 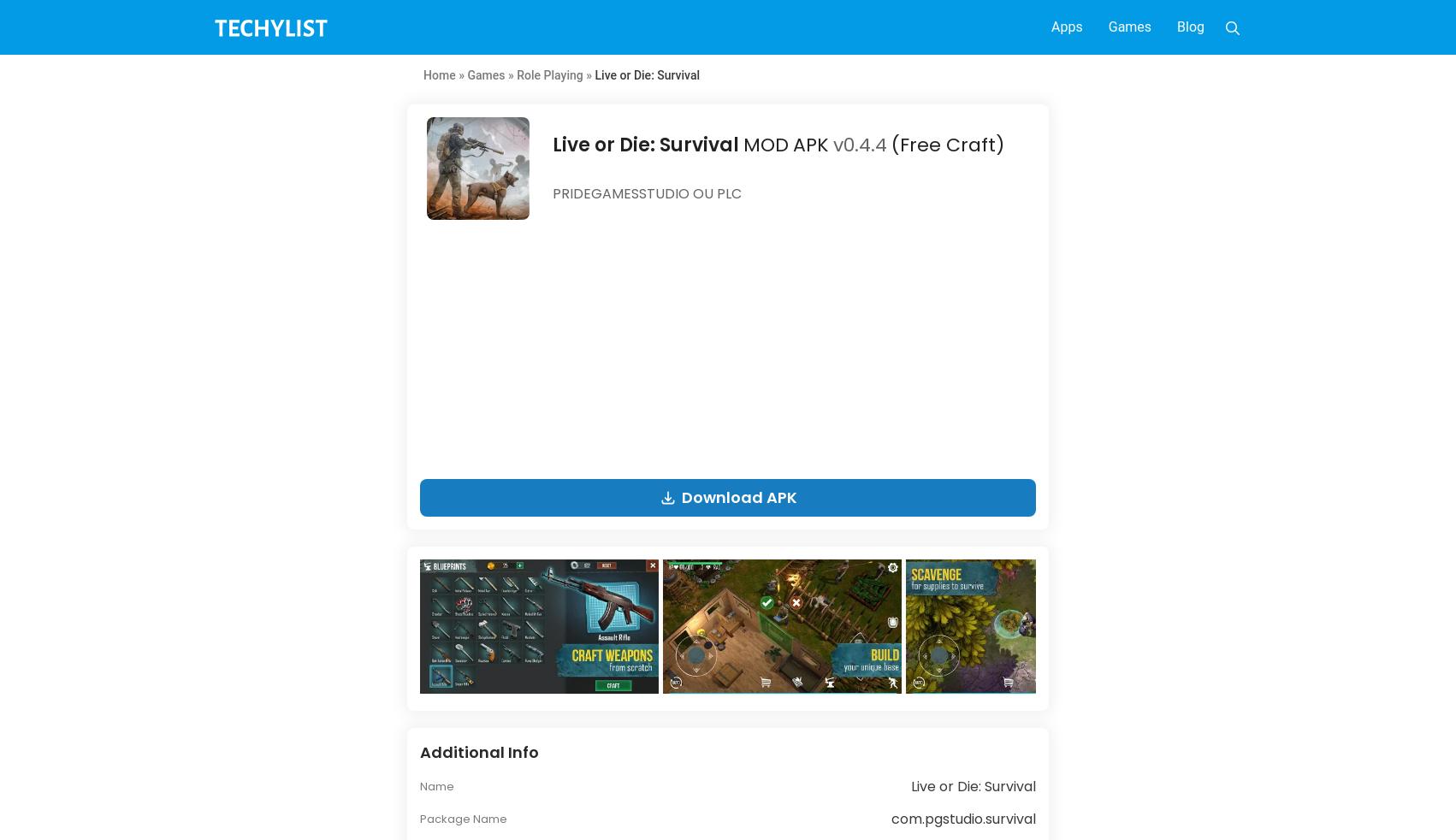 I want to click on 'Package Name', so click(x=462, y=819).